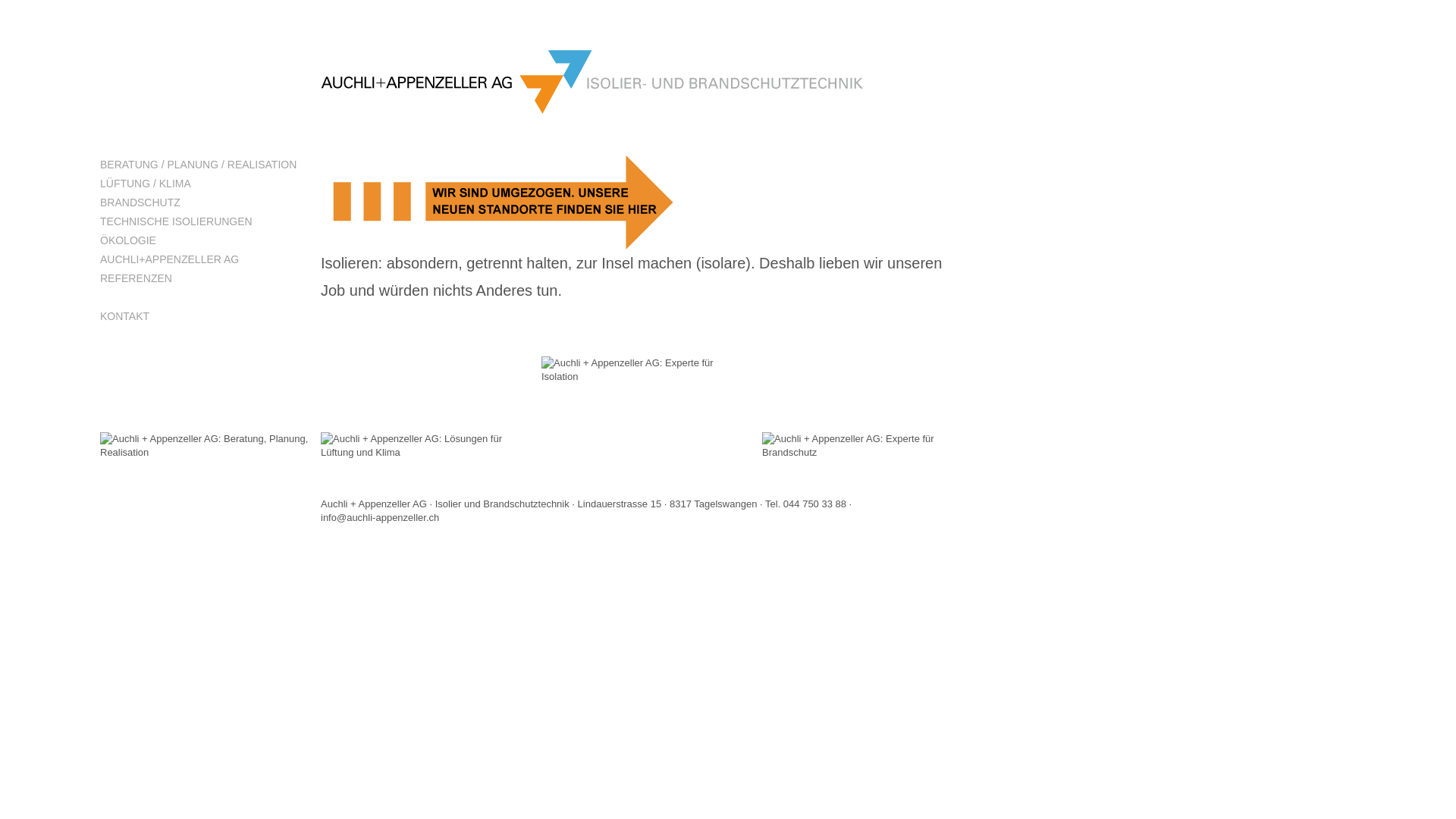 This screenshot has height=819, width=1456. I want to click on 'AUCHLI+APPENZELLER AG', so click(203, 259).